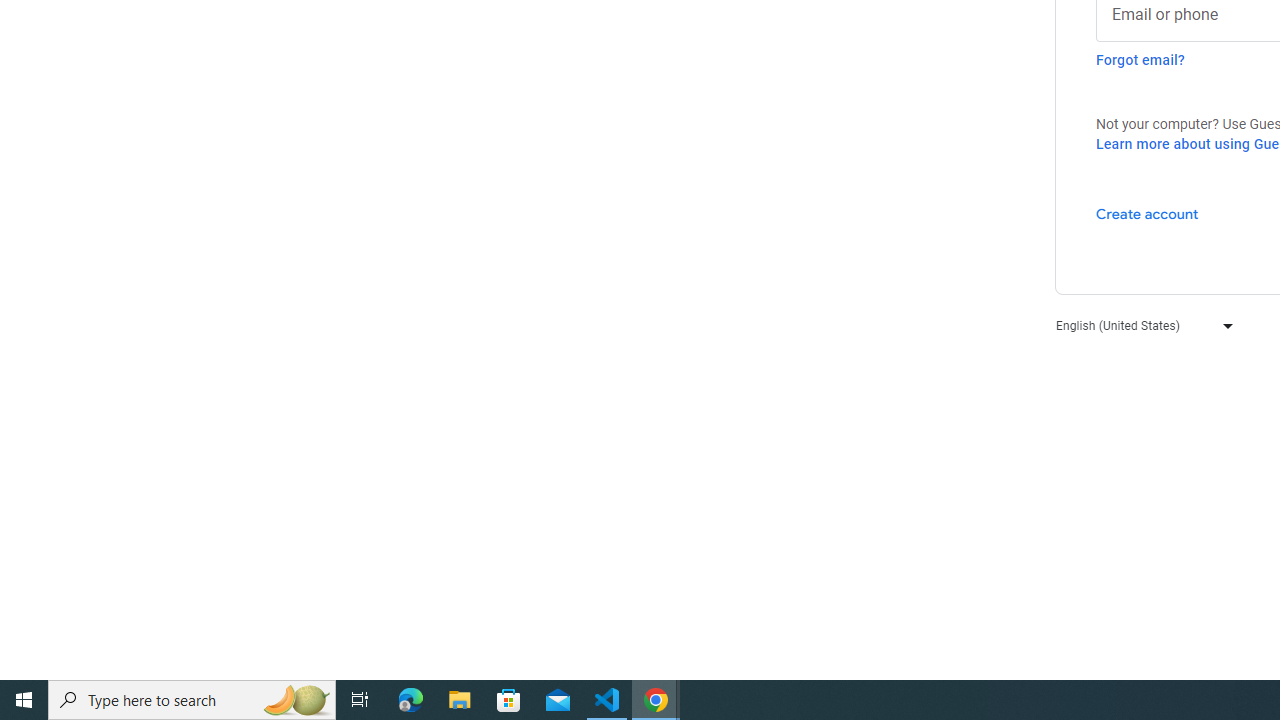 This screenshot has width=1280, height=720. What do you see at coordinates (1139, 324) in the screenshot?
I see `'English (United States)'` at bounding box center [1139, 324].